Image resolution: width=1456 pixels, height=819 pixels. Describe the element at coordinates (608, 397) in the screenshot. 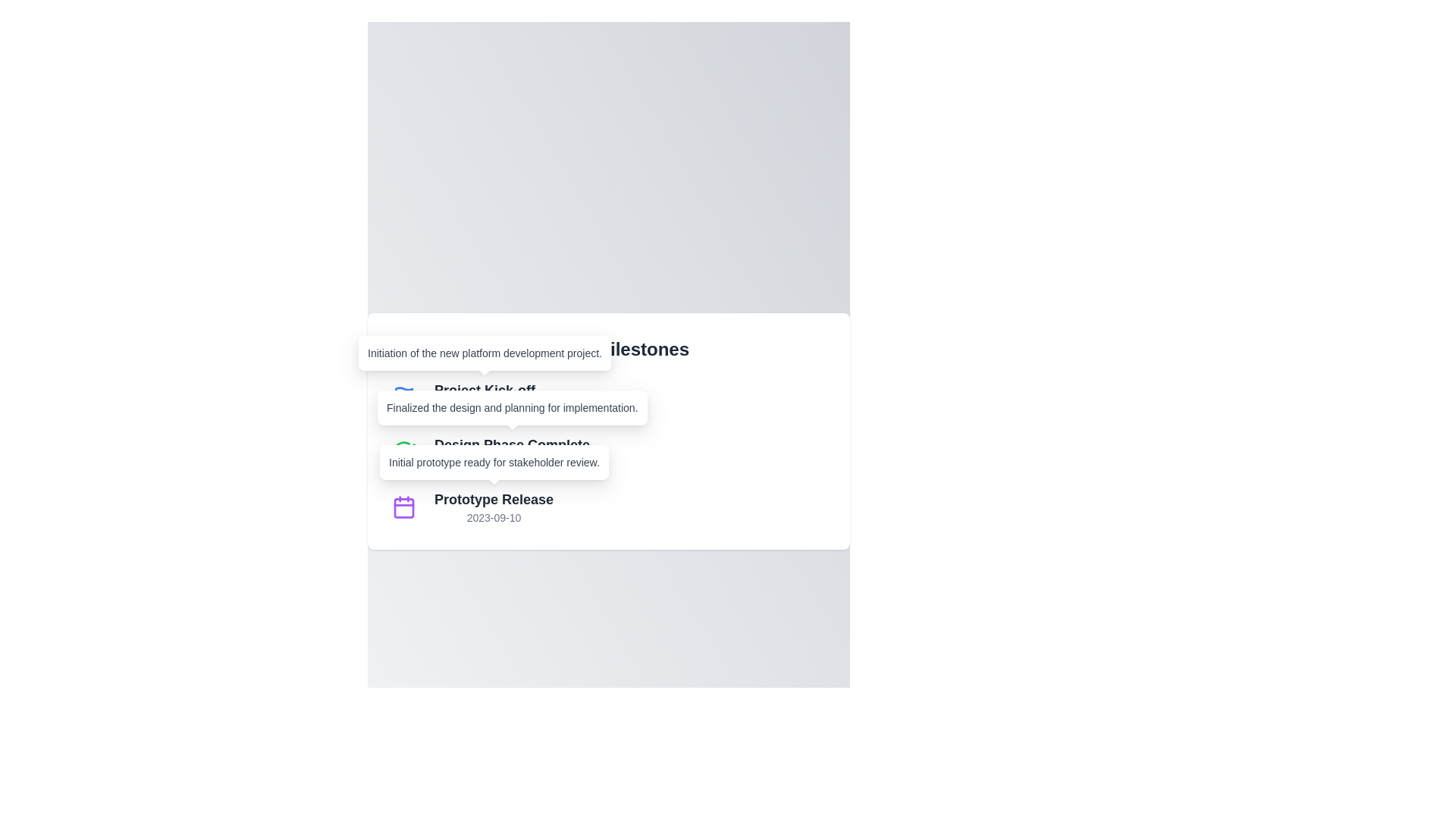

I see `the first milestone item in the project timeline` at that location.